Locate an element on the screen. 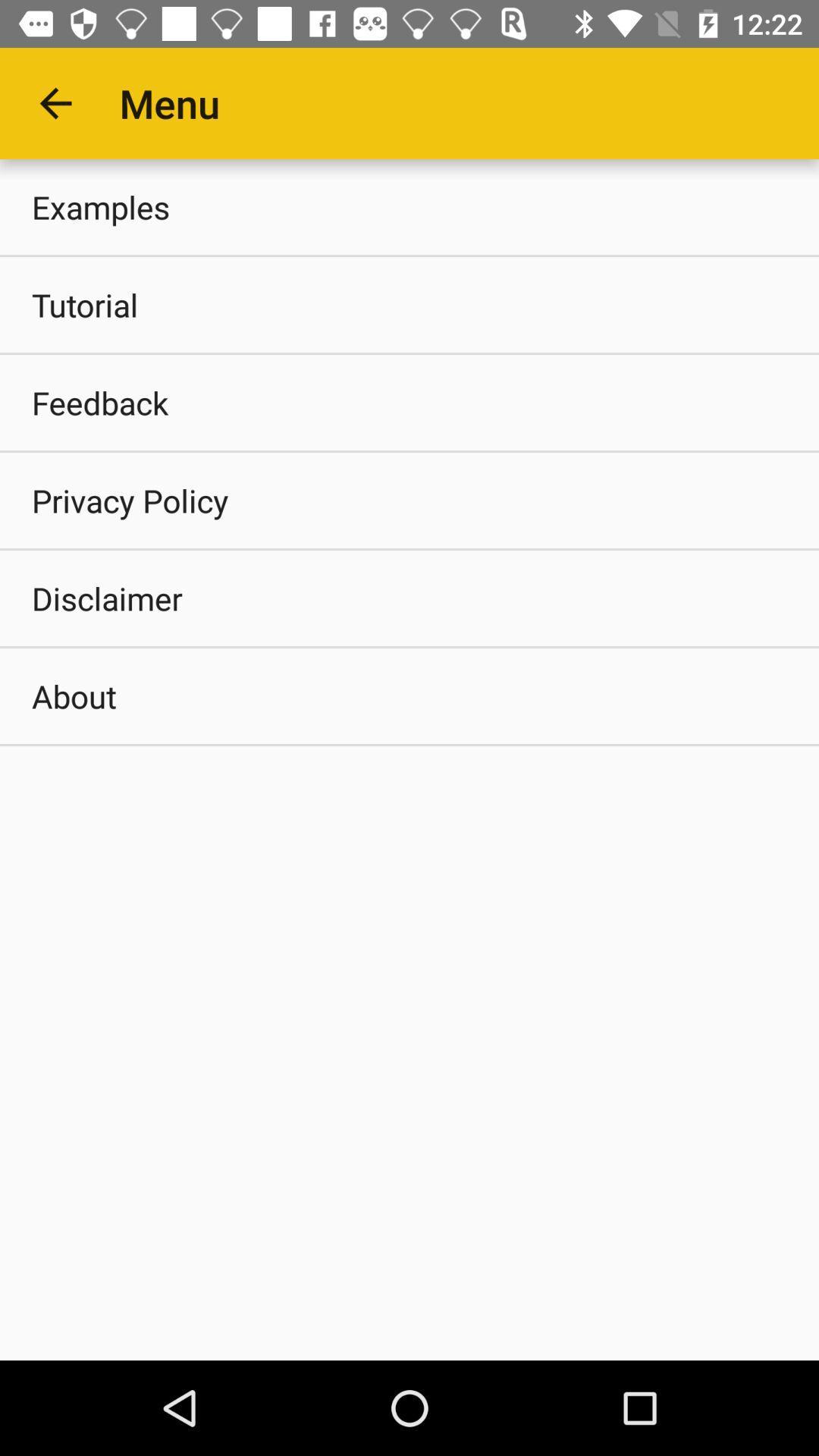 The image size is (819, 1456). the item below the tutorial icon is located at coordinates (409, 403).